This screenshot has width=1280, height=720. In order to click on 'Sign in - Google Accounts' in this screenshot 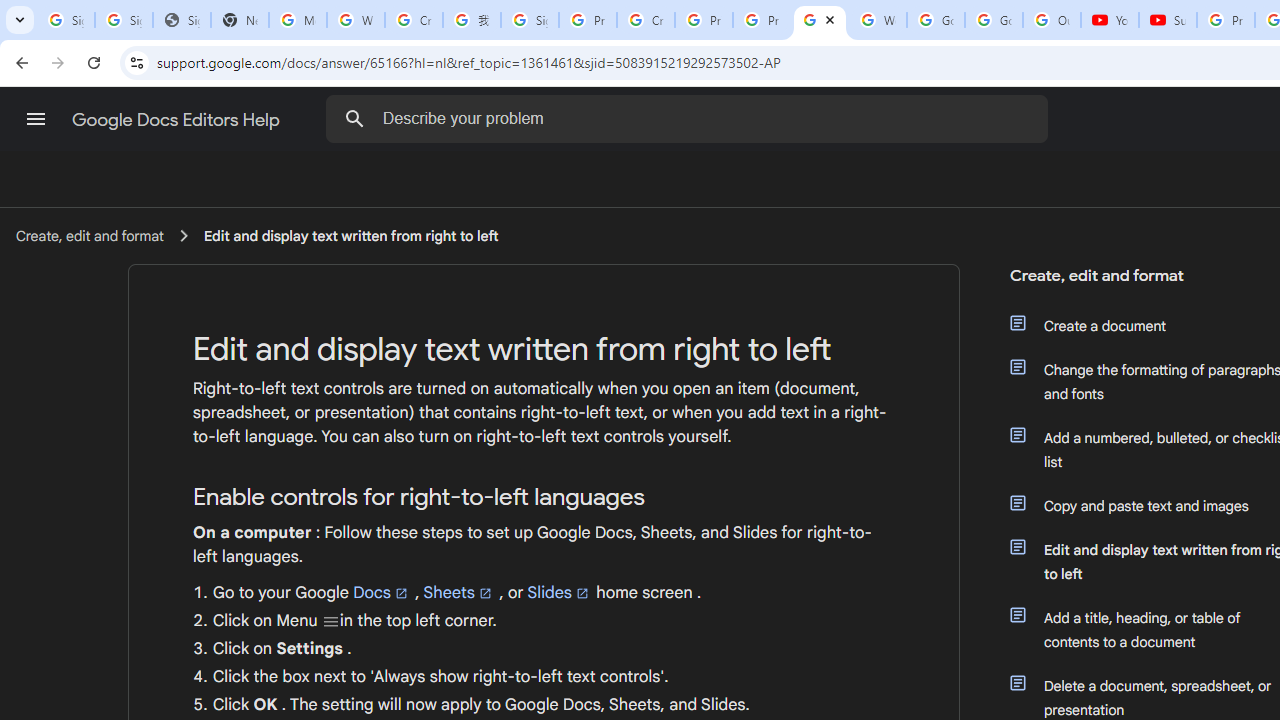, I will do `click(529, 20)`.